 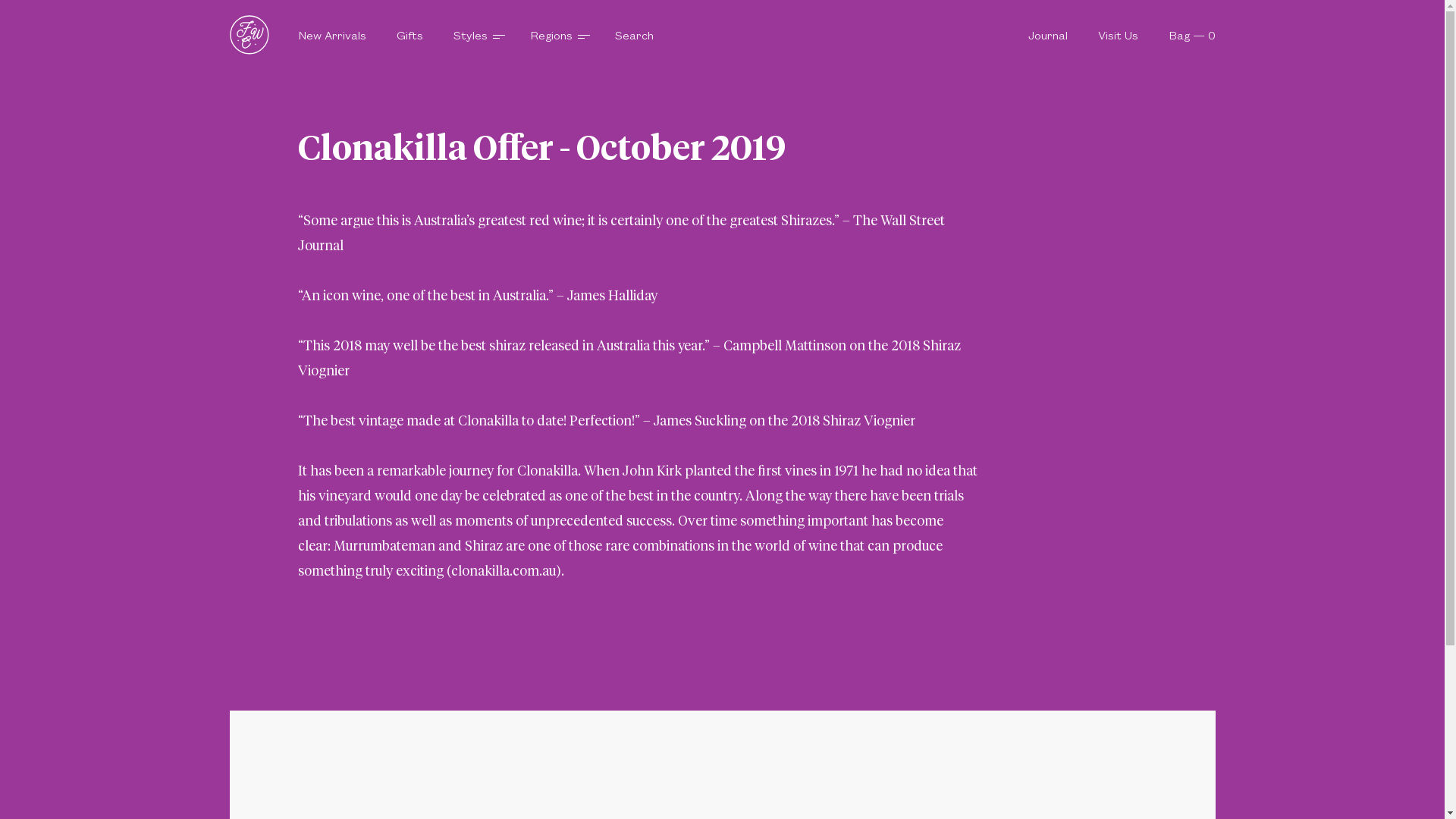 I want to click on 'New Arrivals', so click(x=330, y=34).